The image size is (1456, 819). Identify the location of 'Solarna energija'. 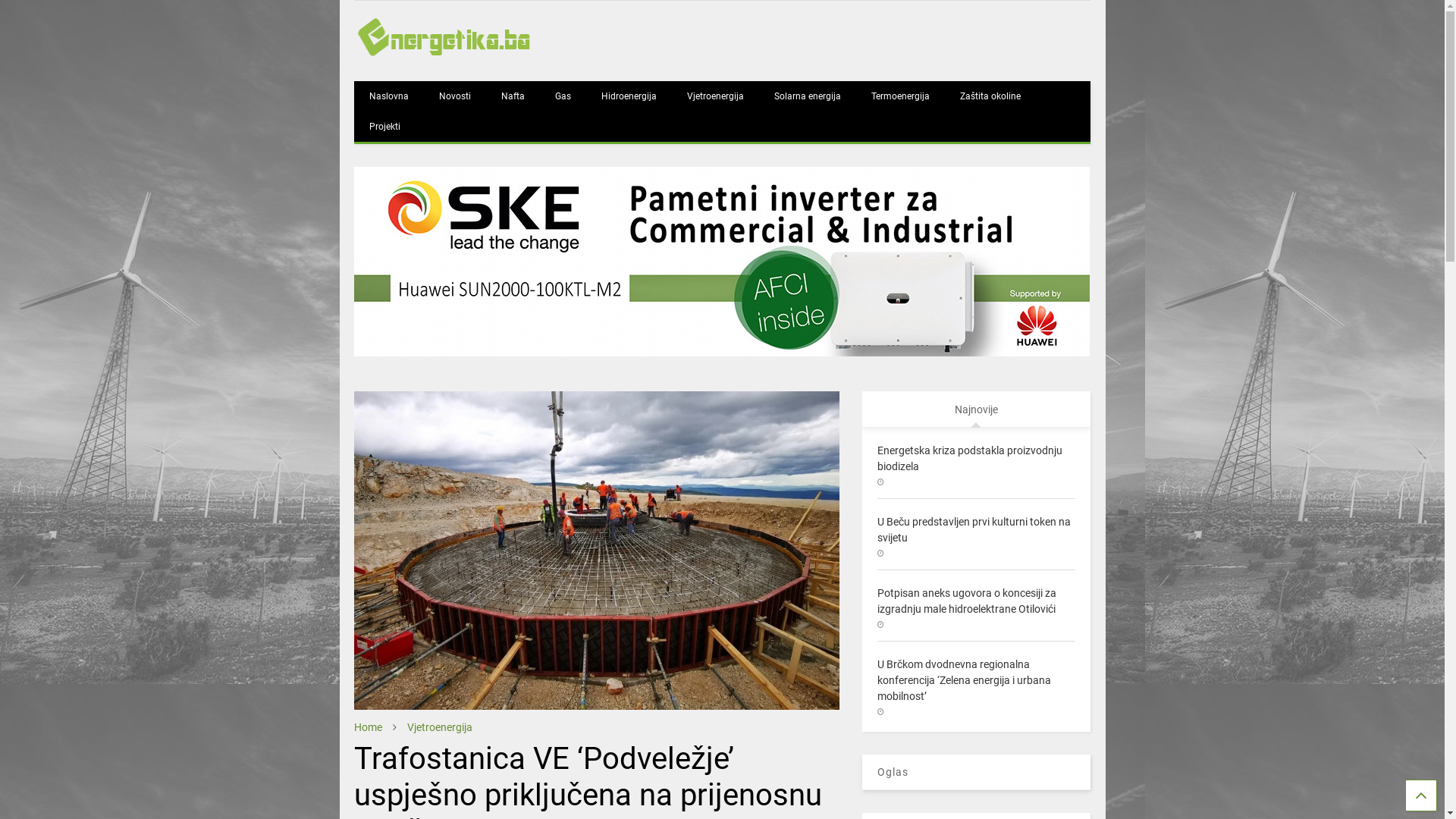
(807, 96).